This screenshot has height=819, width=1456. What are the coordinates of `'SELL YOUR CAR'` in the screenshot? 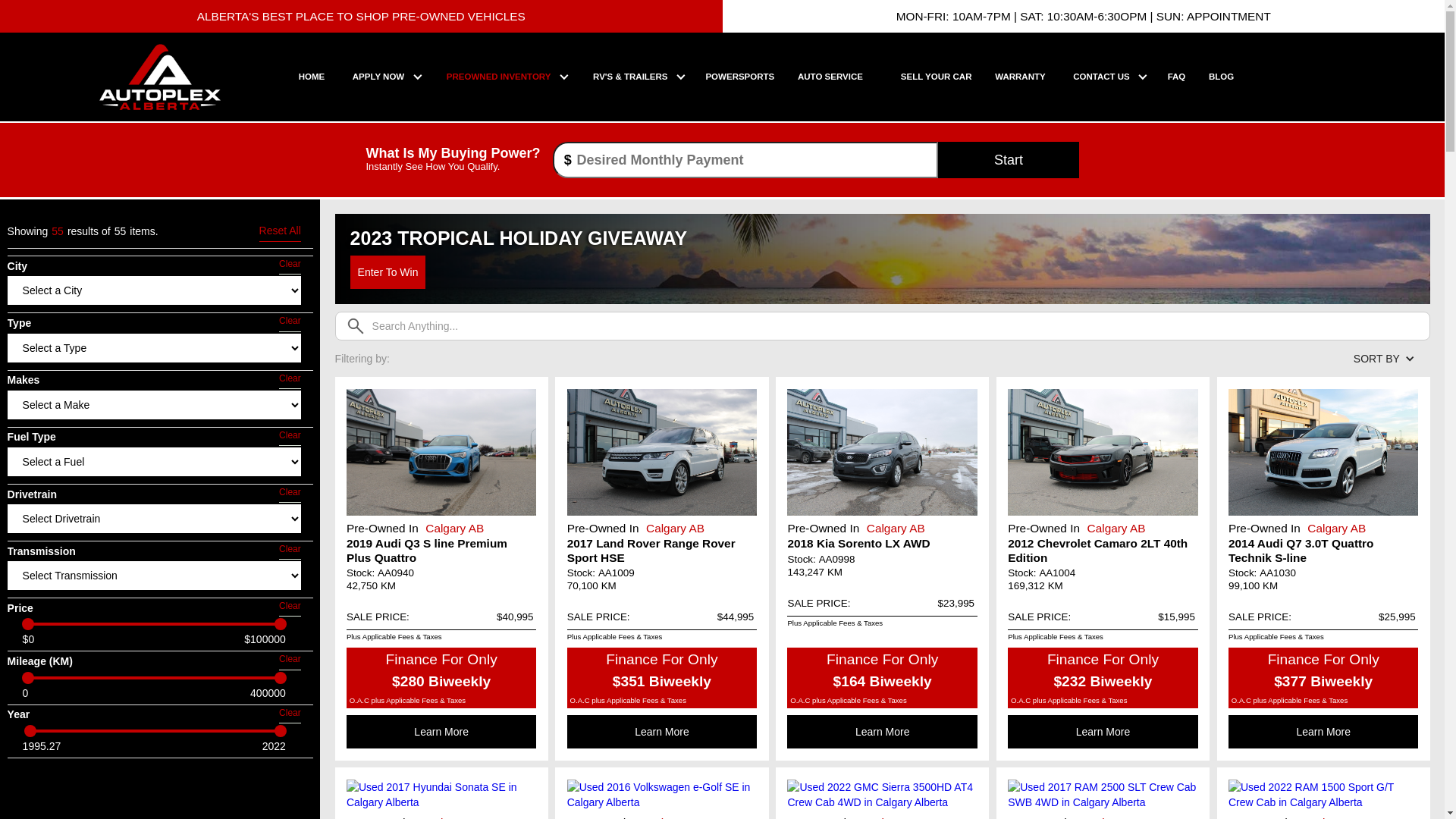 It's located at (935, 77).